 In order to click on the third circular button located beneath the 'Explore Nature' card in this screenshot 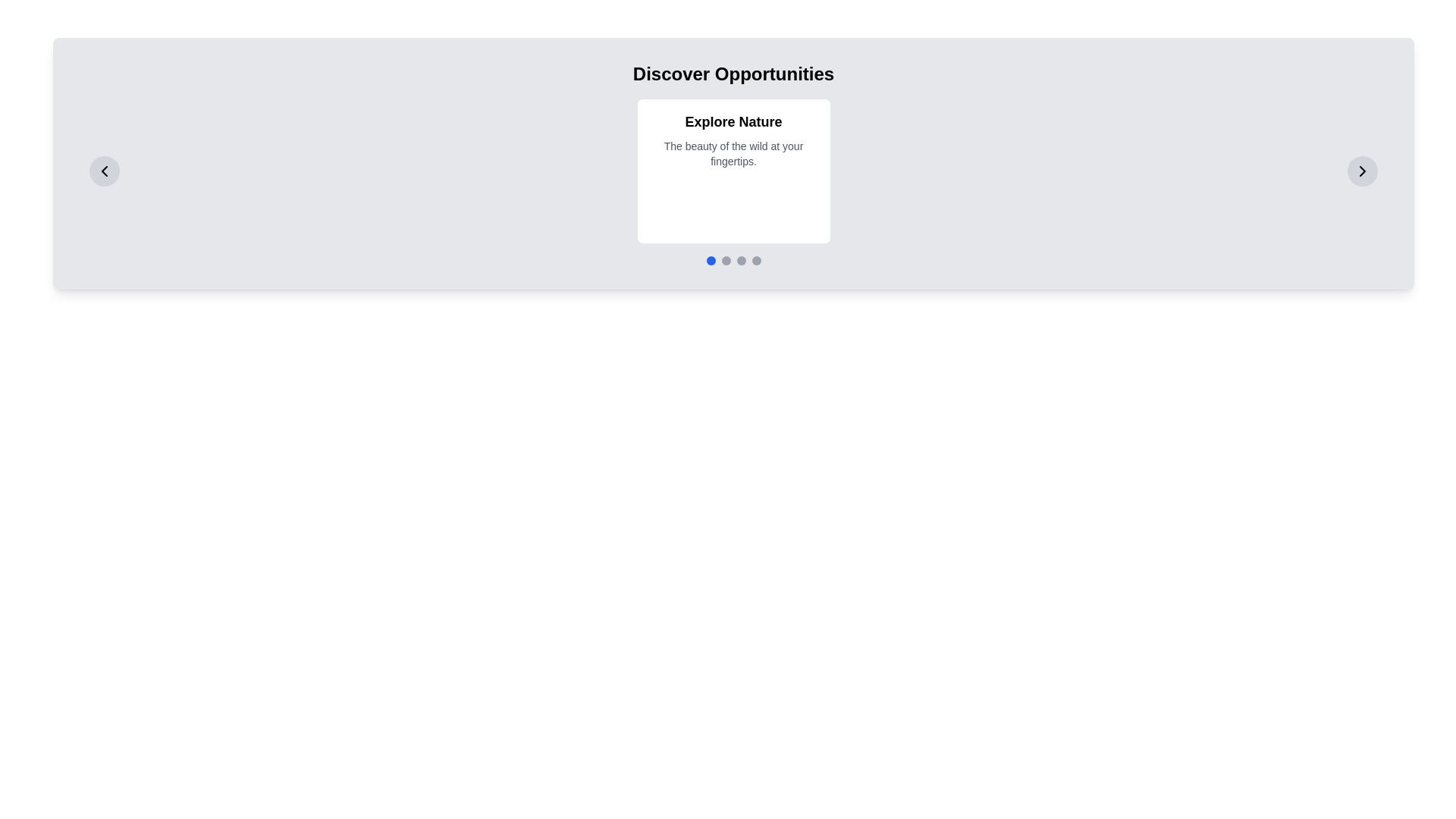, I will do `click(741, 259)`.